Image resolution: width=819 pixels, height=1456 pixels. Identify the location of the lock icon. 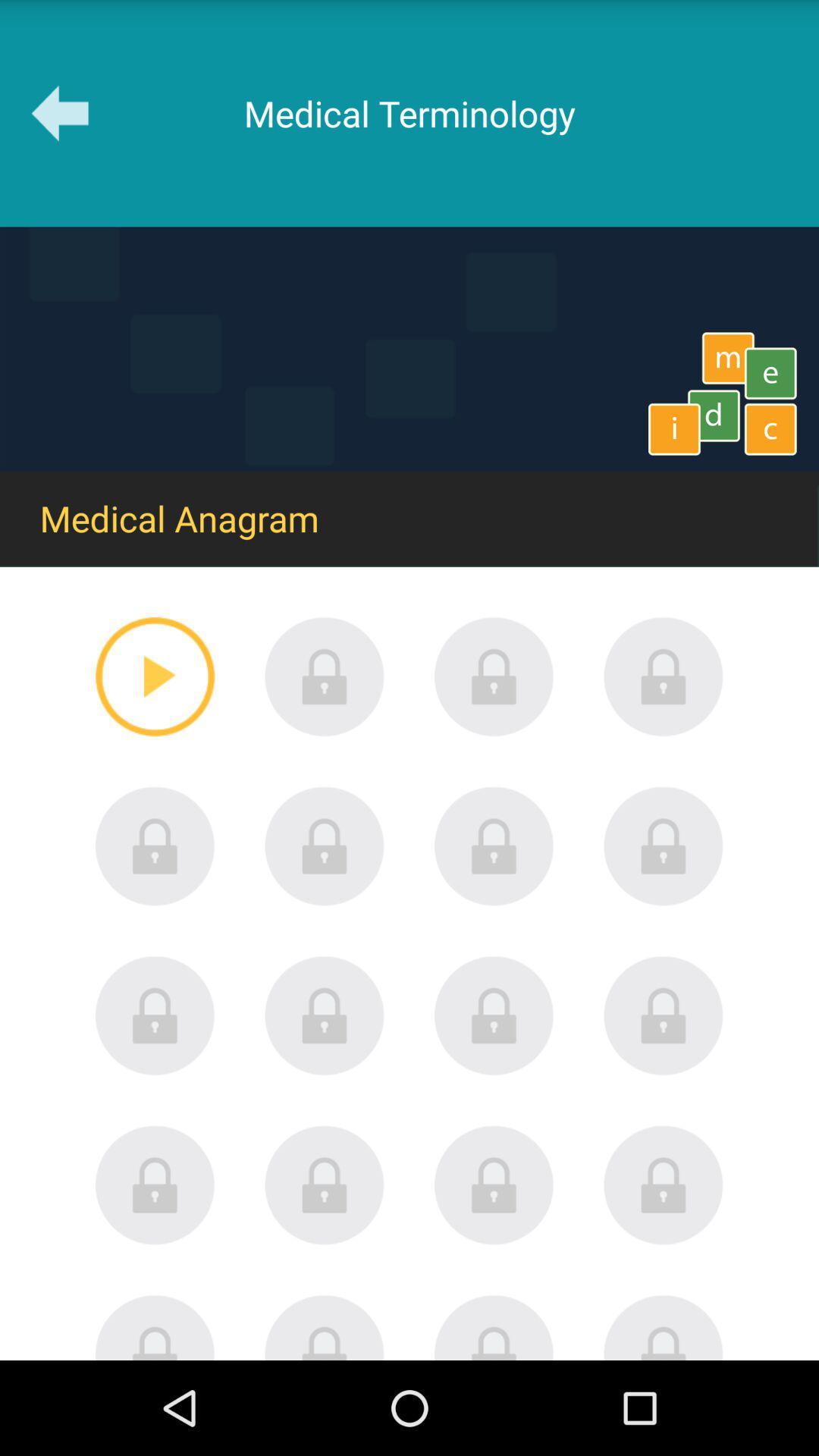
(324, 905).